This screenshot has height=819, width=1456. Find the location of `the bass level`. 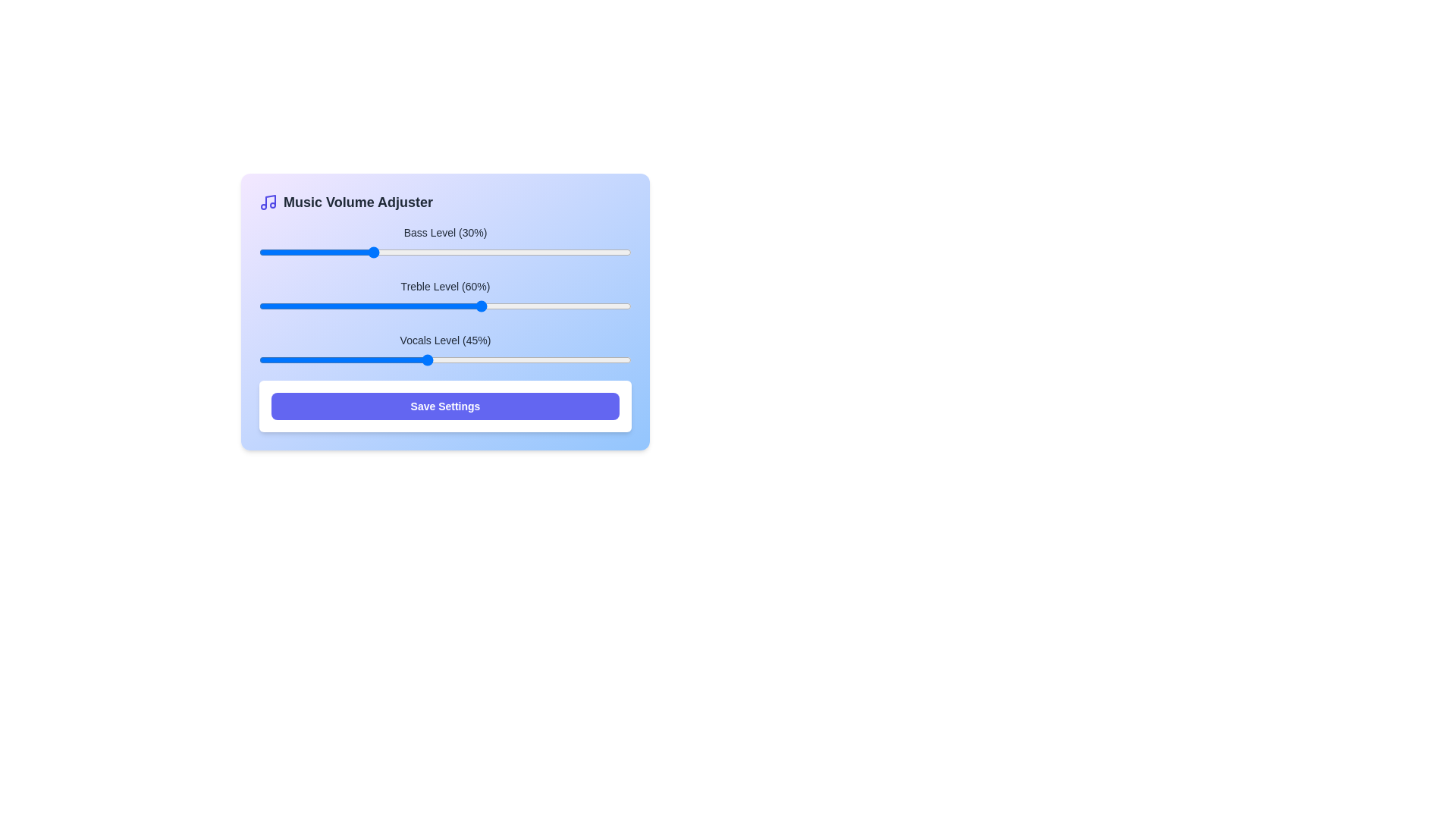

the bass level is located at coordinates (582, 251).